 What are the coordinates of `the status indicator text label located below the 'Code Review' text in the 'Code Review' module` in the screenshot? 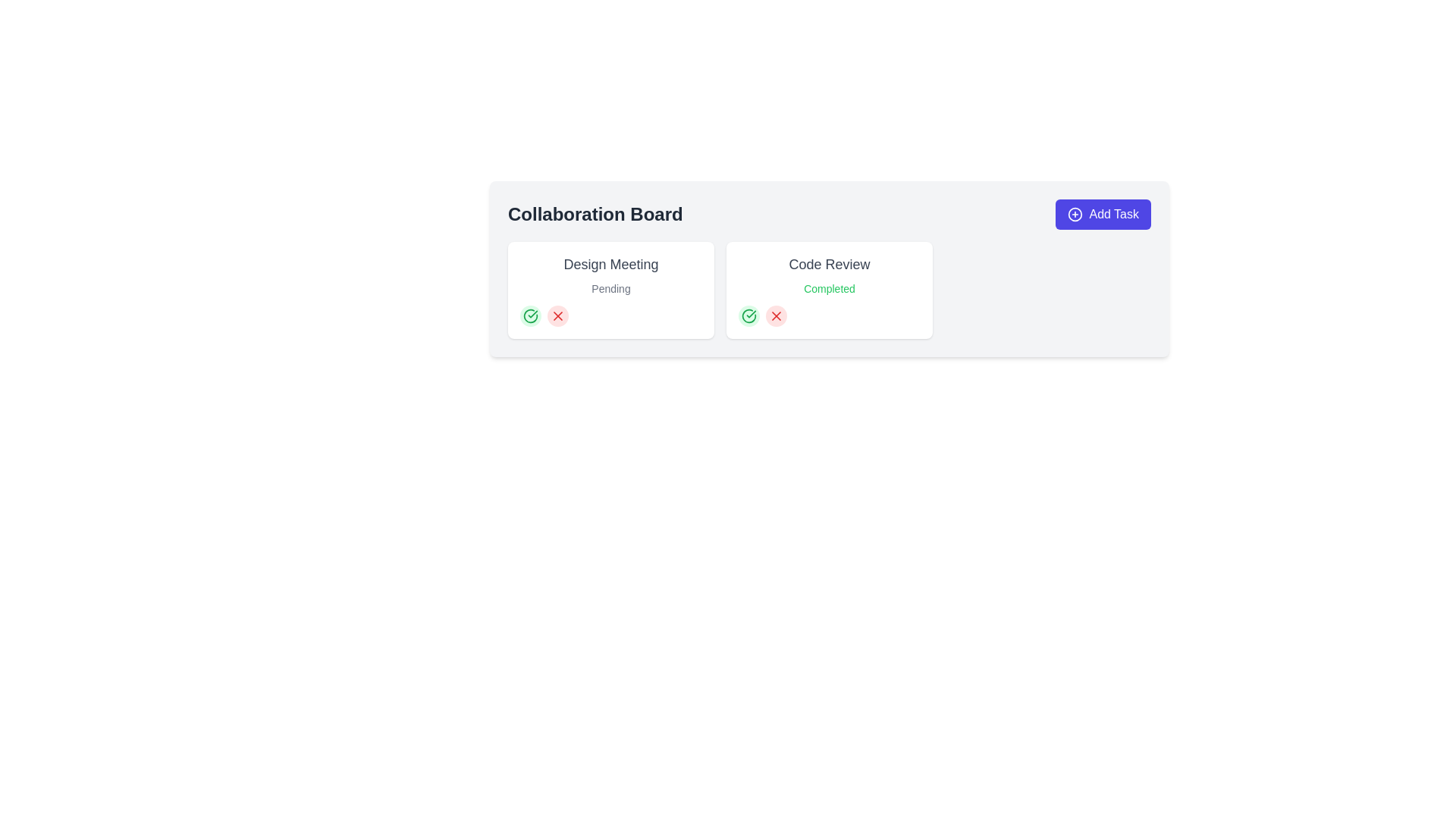 It's located at (829, 289).